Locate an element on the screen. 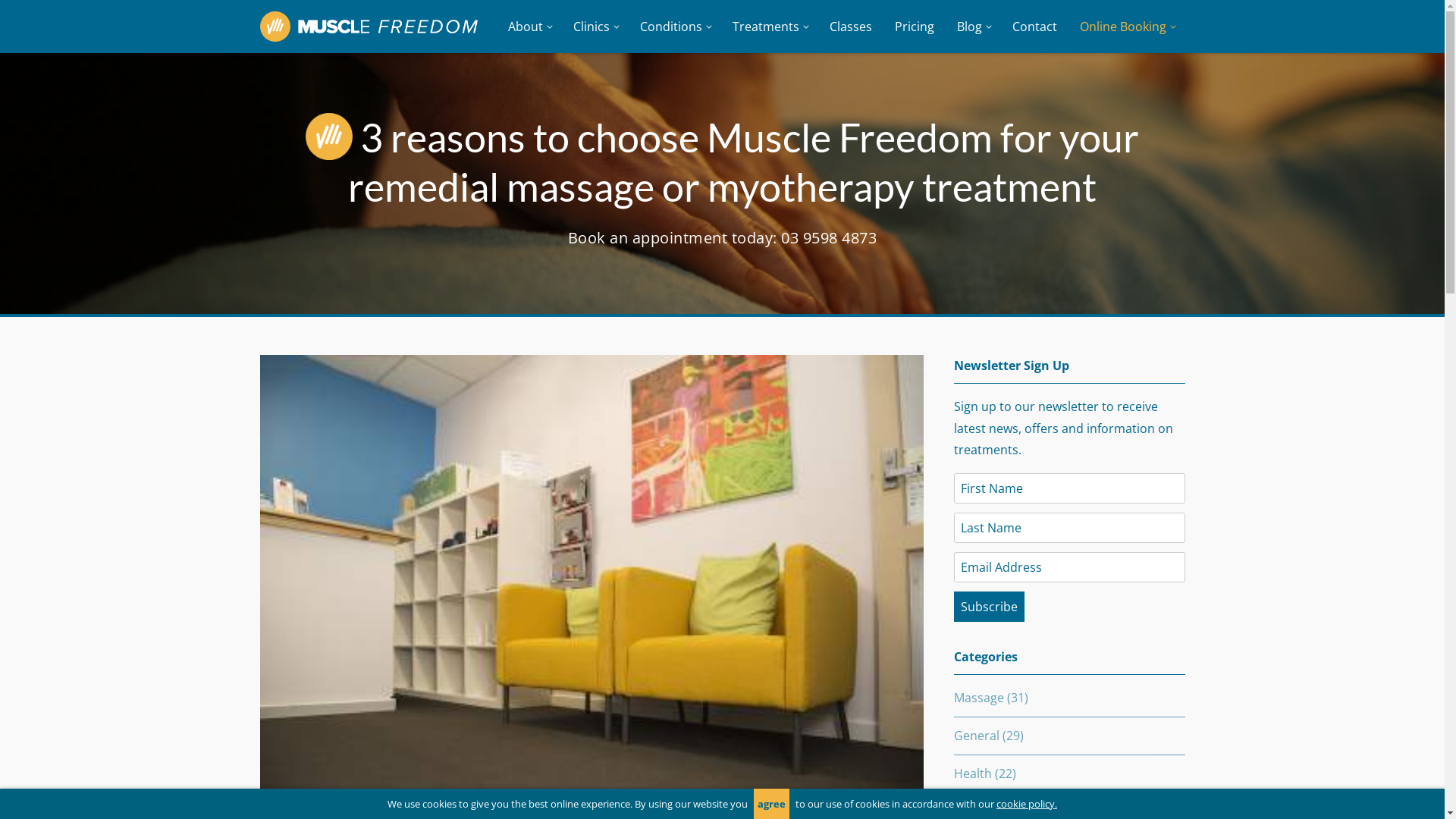  'Treatments' is located at coordinates (768, 26).